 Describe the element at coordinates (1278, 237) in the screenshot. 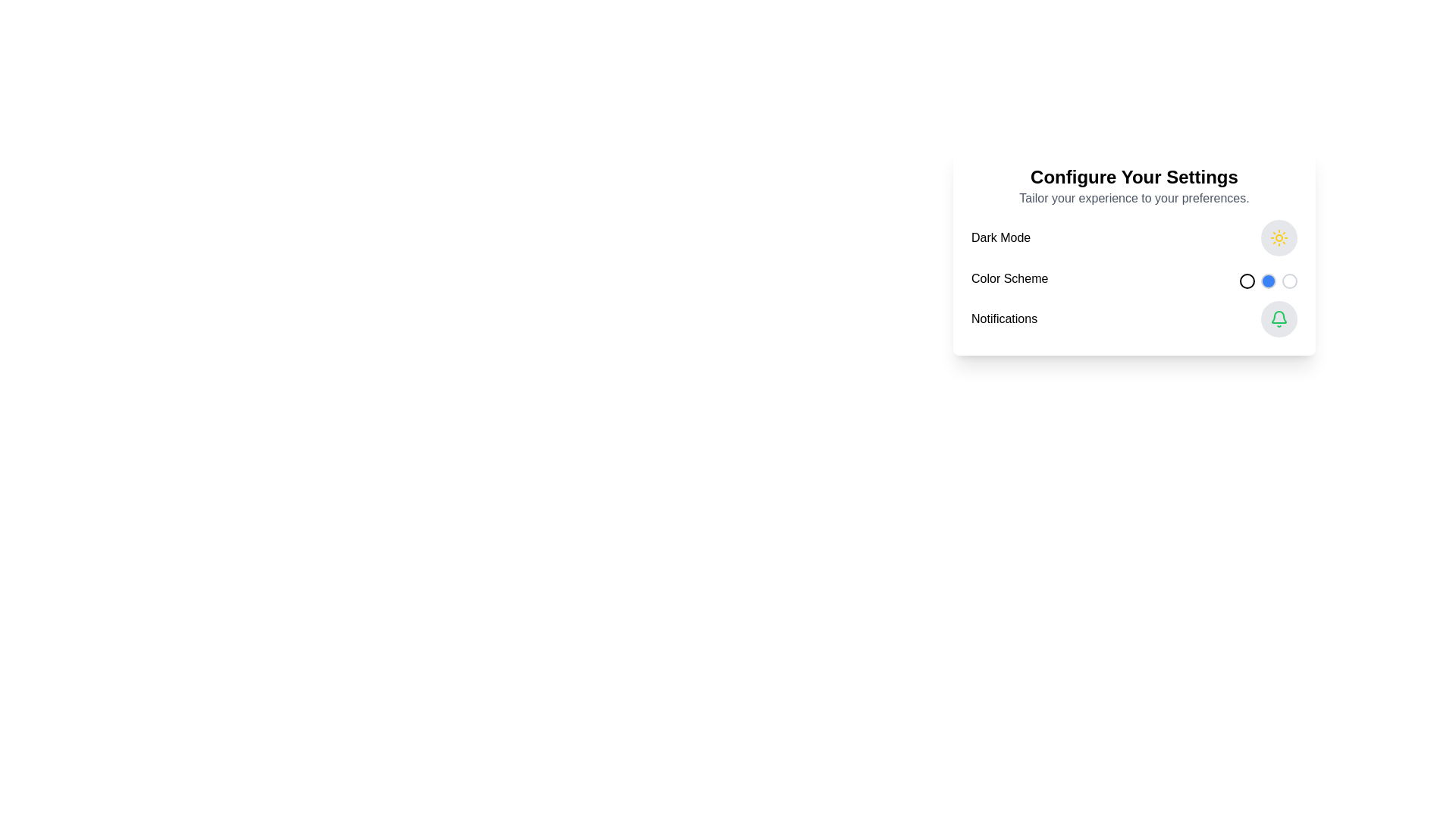

I see `the toggle button for adjusting brightness, located to the right of the 'Dark Mode' text label in the settings menu` at that location.